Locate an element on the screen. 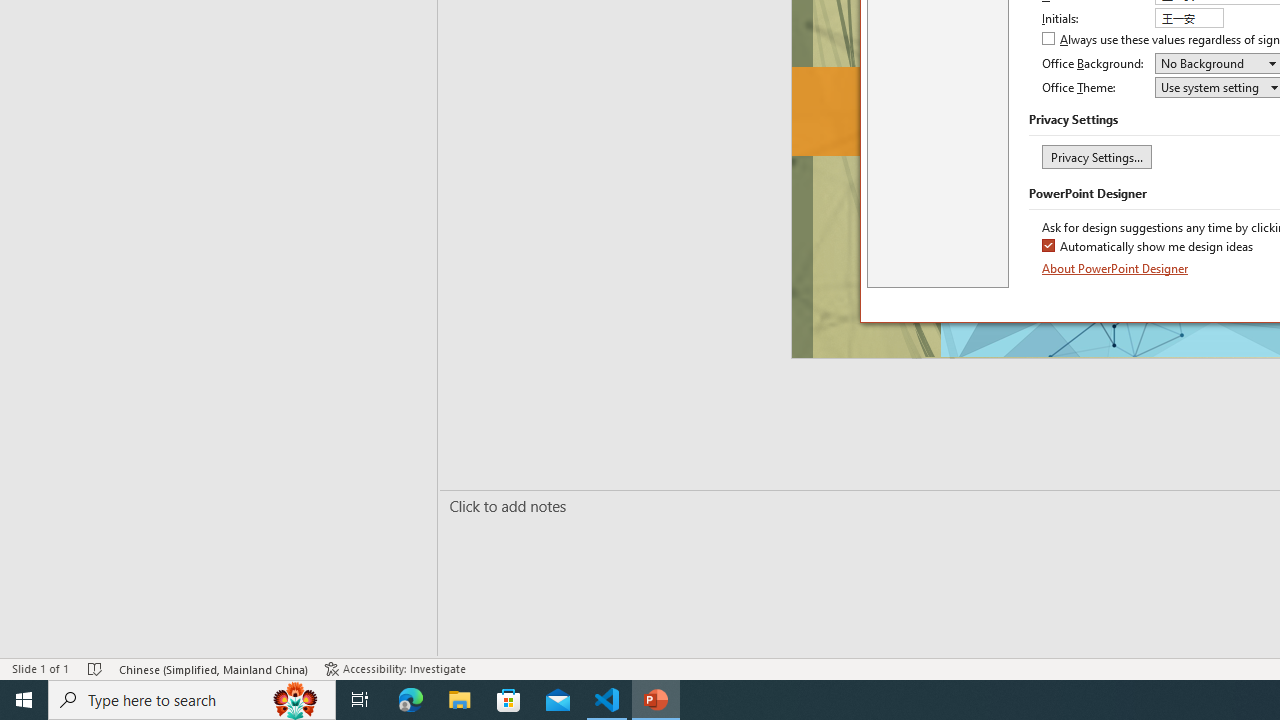 This screenshot has height=720, width=1280. 'About PowerPoint Designer' is located at coordinates (1115, 267).